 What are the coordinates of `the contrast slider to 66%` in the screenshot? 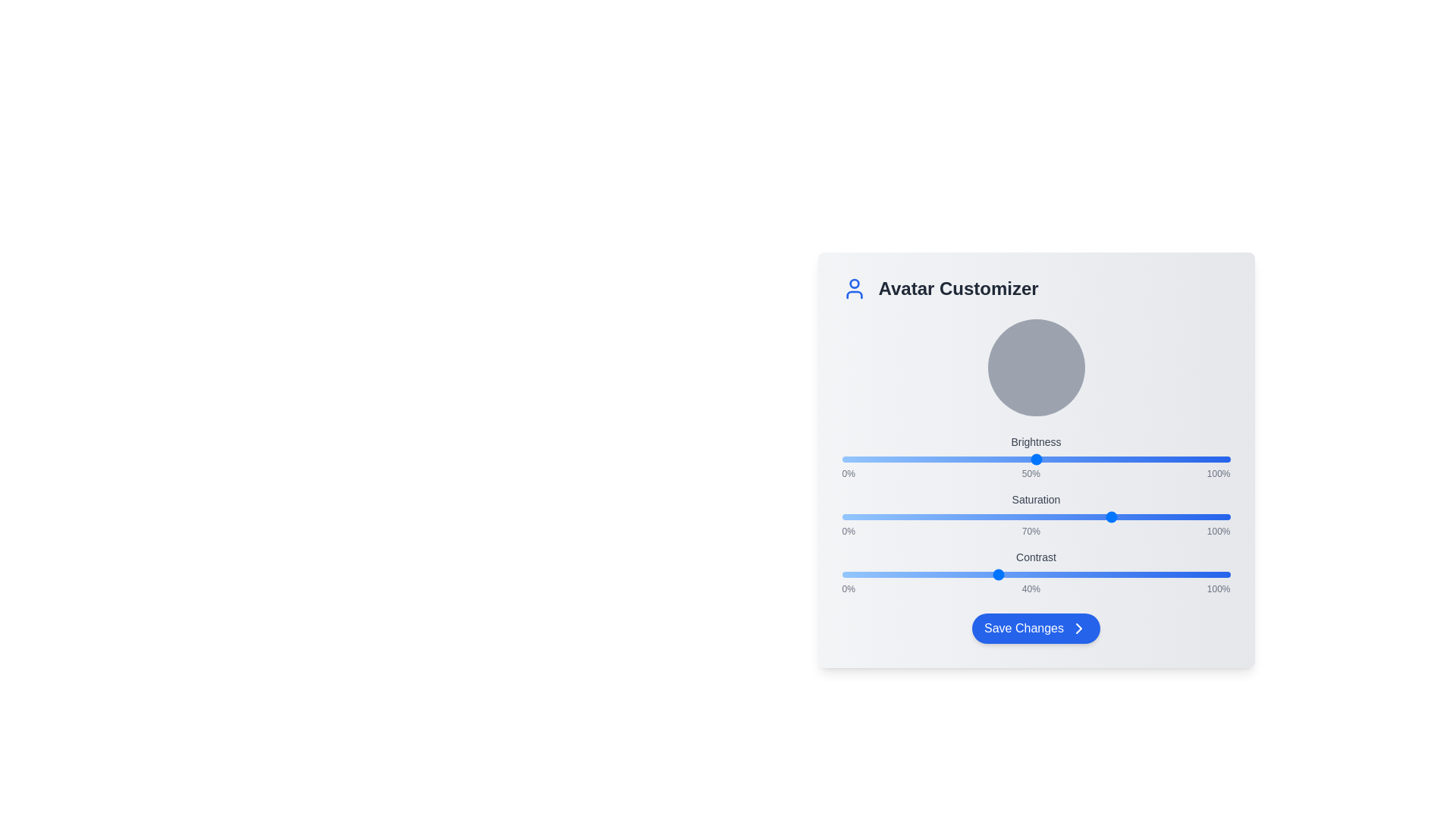 It's located at (1098, 575).